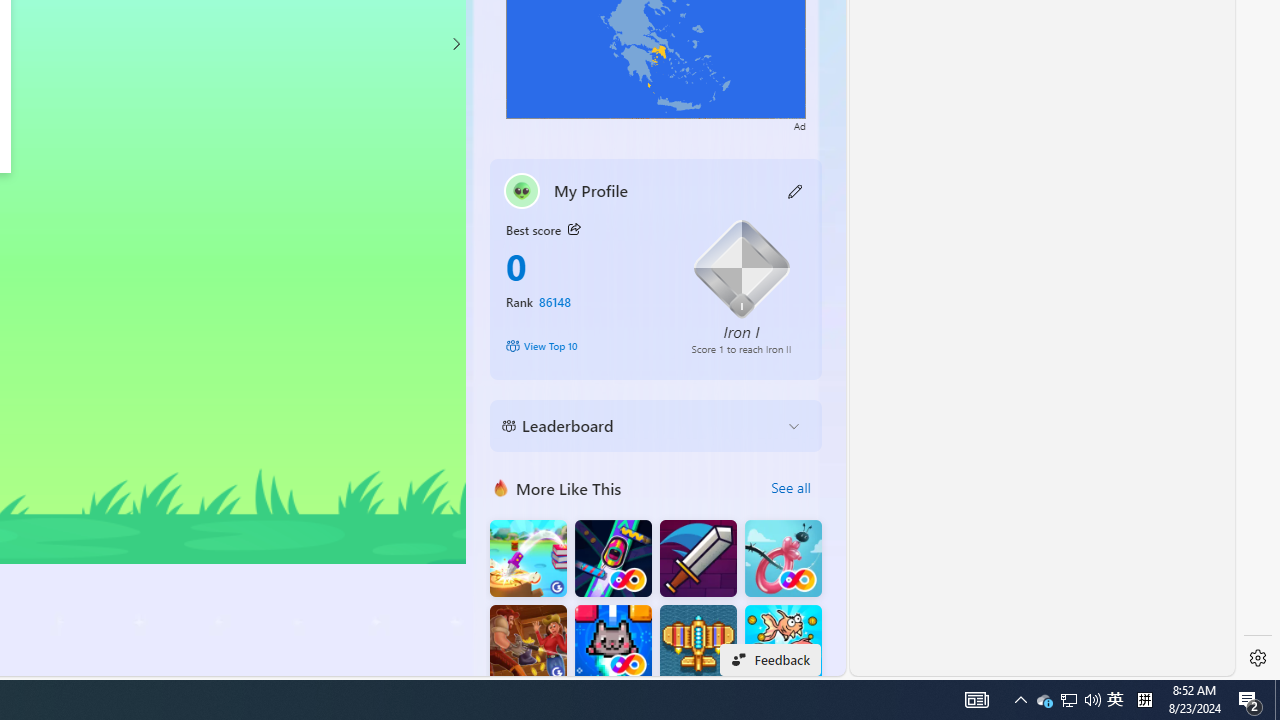 This screenshot has width=1280, height=720. I want to click on 'Balloon FRVR', so click(782, 558).